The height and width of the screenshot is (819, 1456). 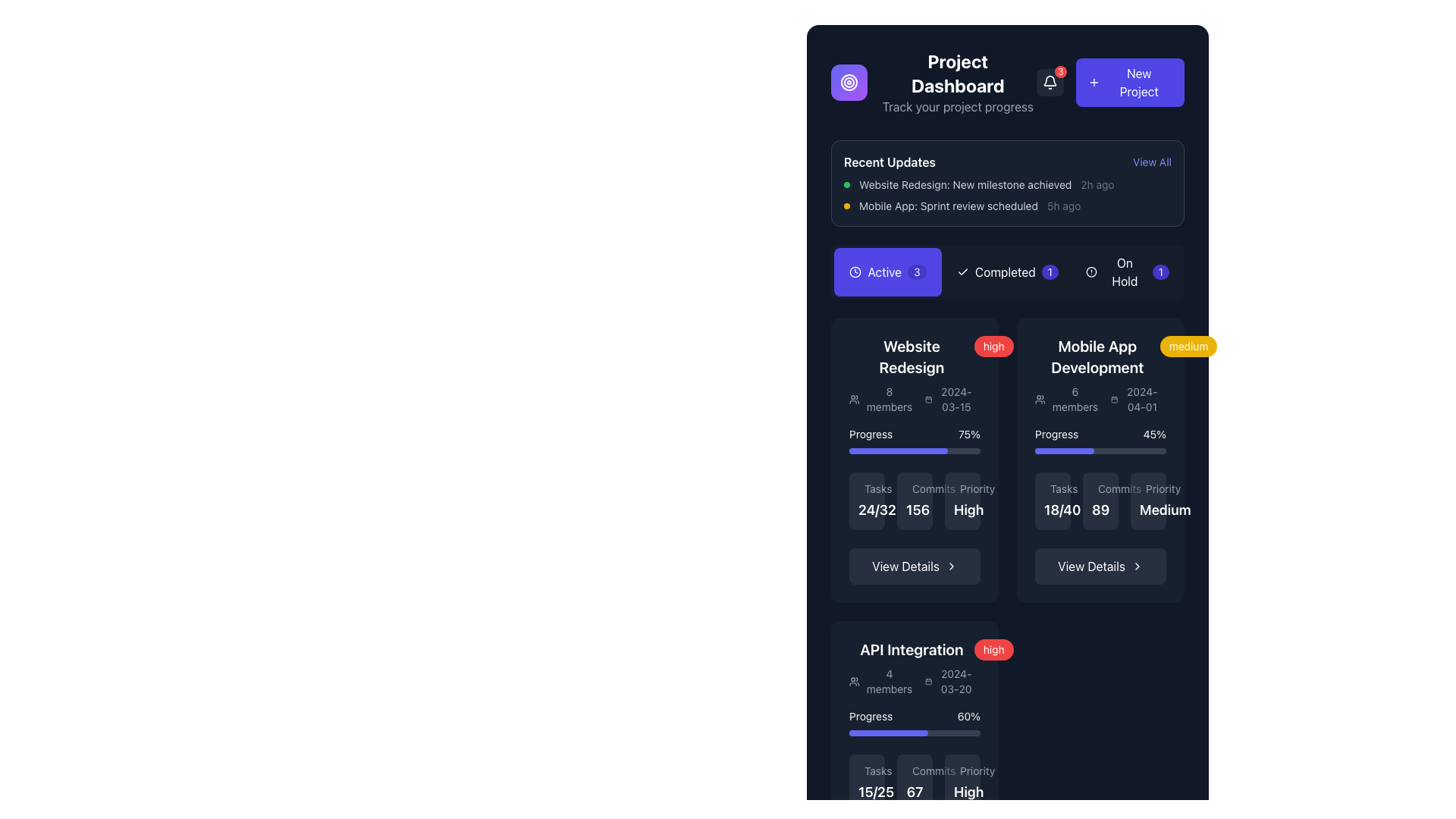 I want to click on the 'New Project' button, which is a purple button with rounded corners located in the top-right segment of the interface, to initiate project creation, so click(x=1110, y=82).